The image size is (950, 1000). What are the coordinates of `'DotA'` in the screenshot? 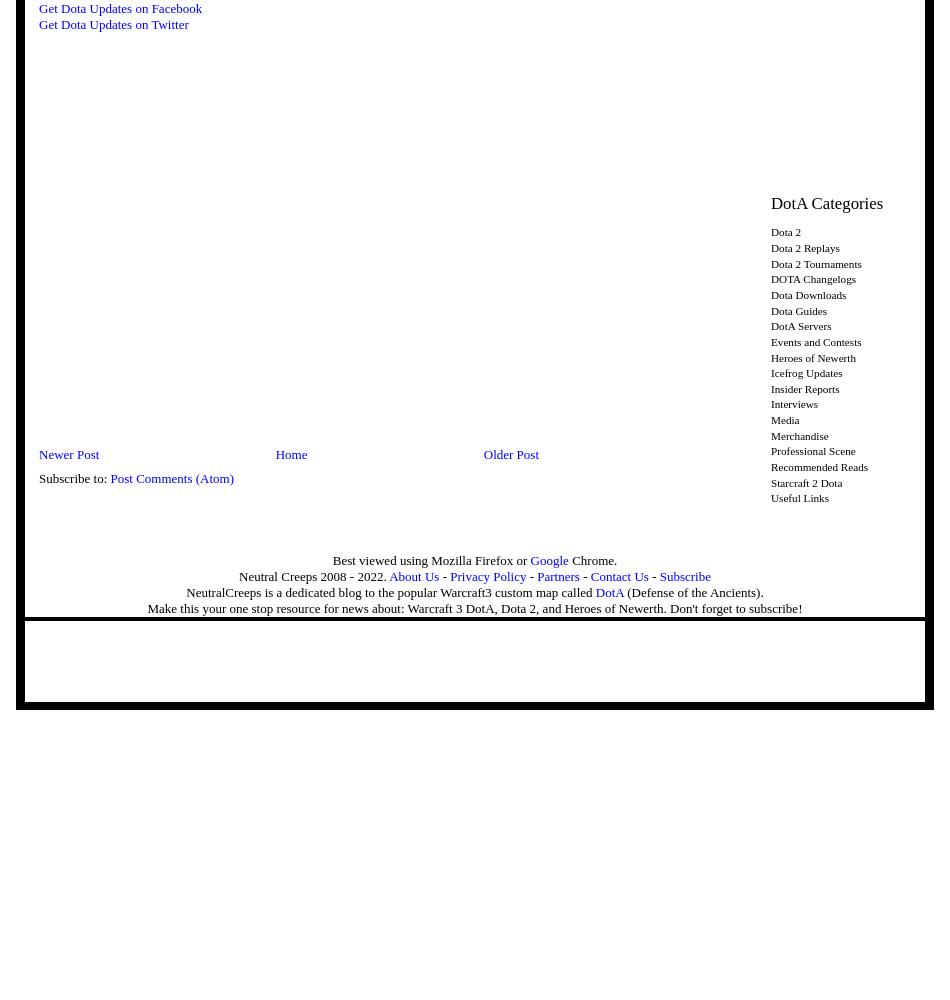 It's located at (609, 590).